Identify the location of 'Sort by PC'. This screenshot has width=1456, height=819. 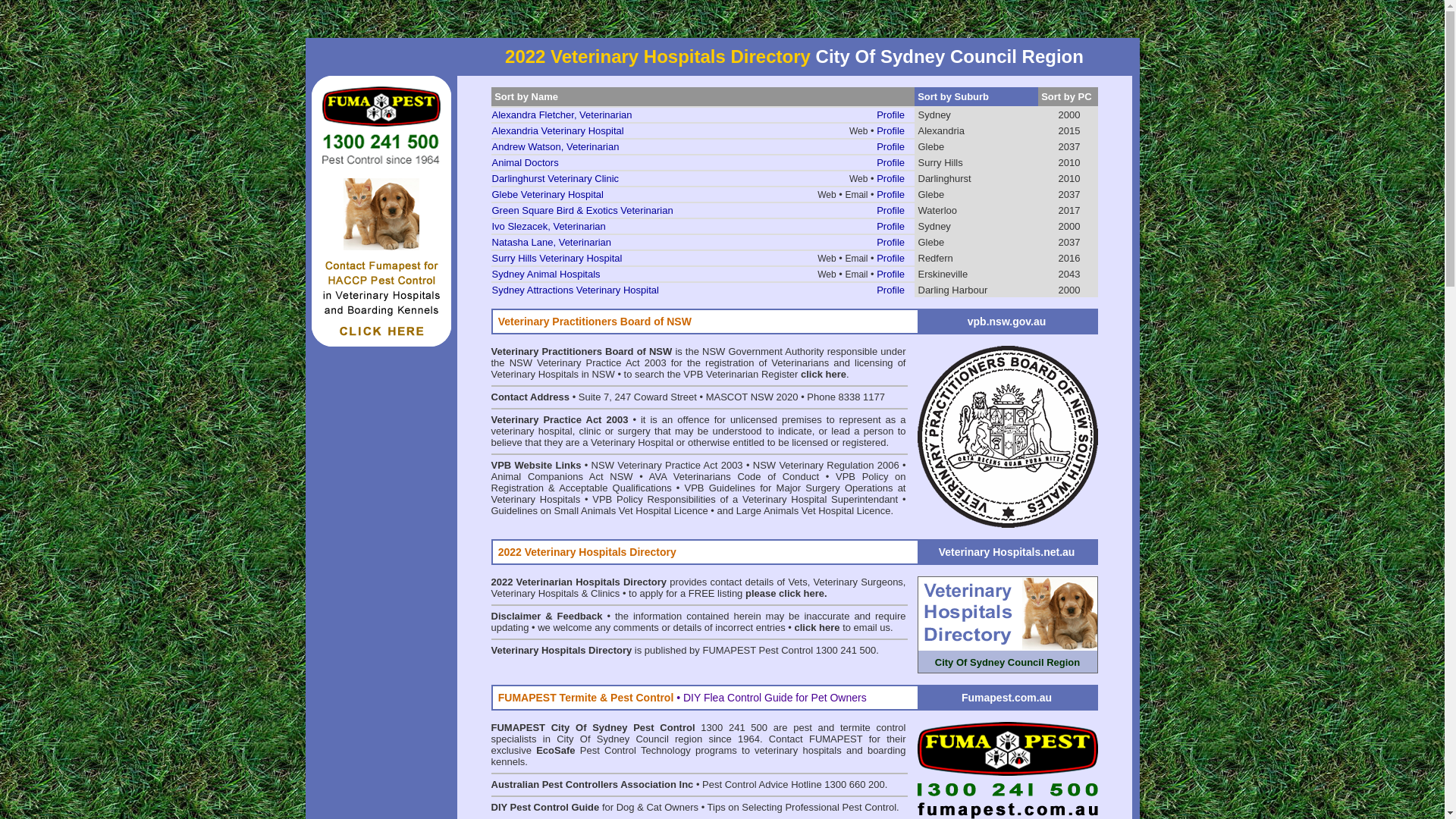
(1065, 96).